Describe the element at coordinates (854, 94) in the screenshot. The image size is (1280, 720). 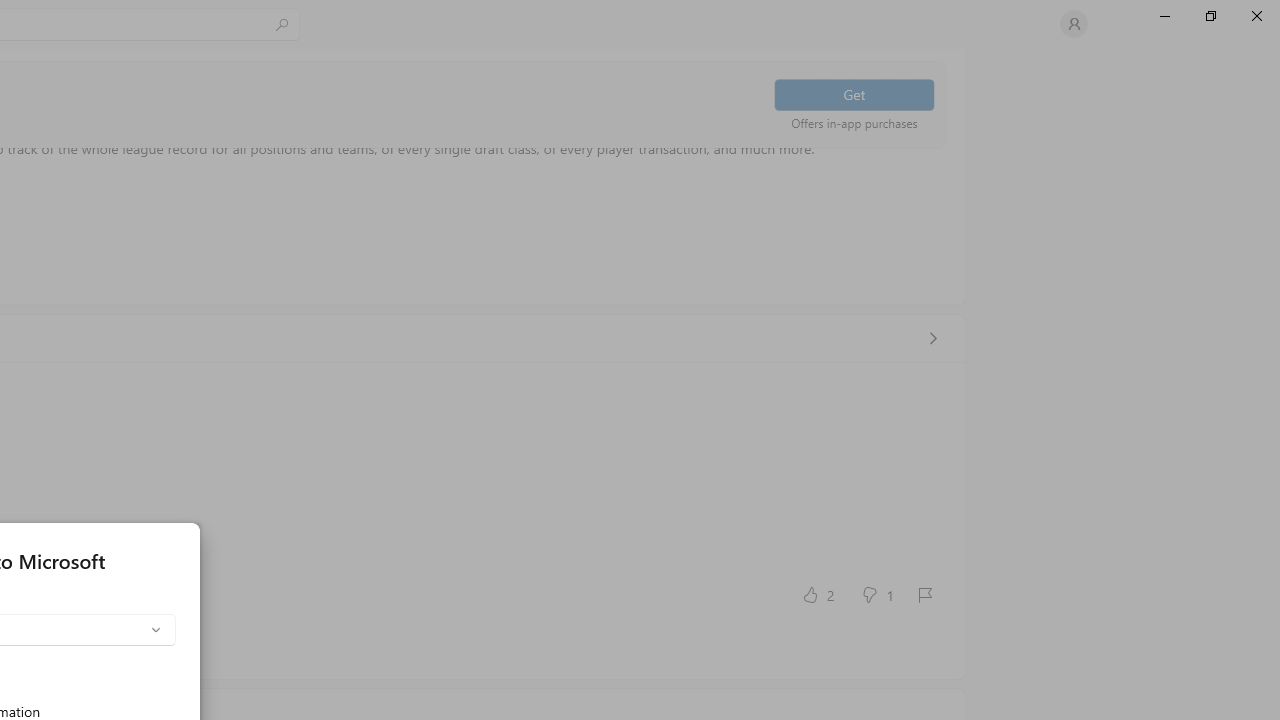
I see `'Get'` at that location.